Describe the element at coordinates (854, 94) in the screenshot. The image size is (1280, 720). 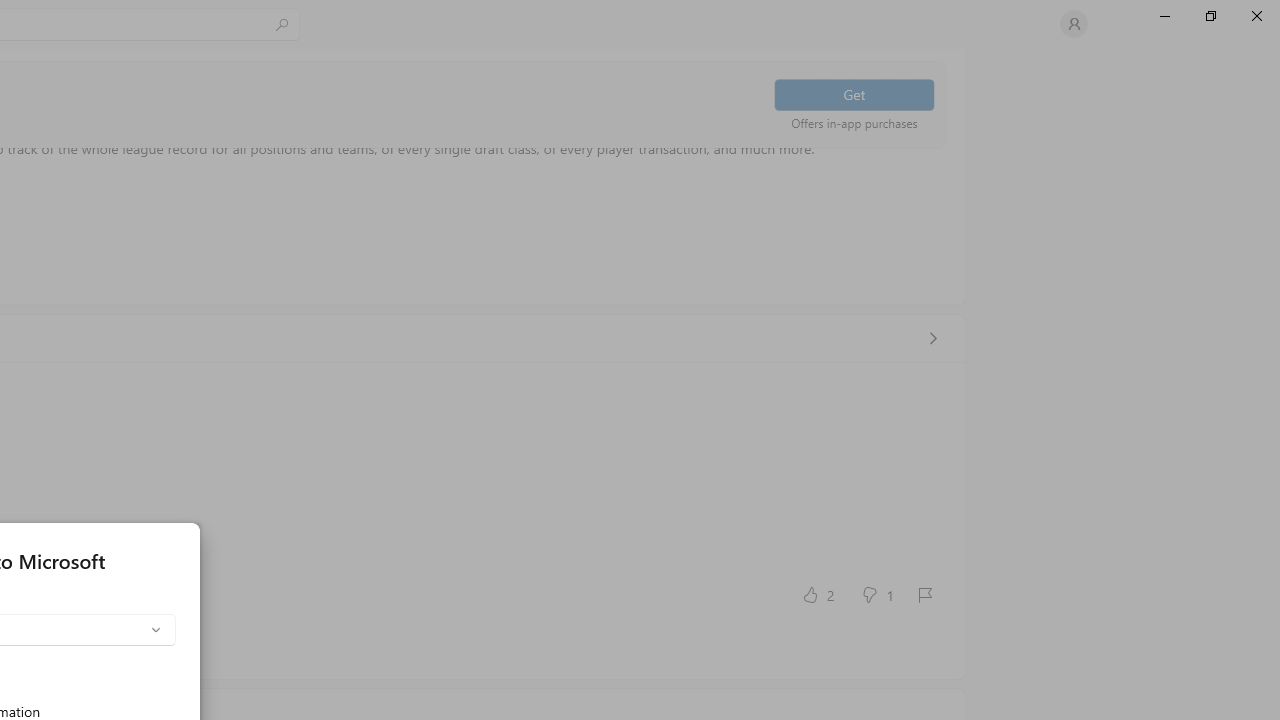
I see `'Get'` at that location.